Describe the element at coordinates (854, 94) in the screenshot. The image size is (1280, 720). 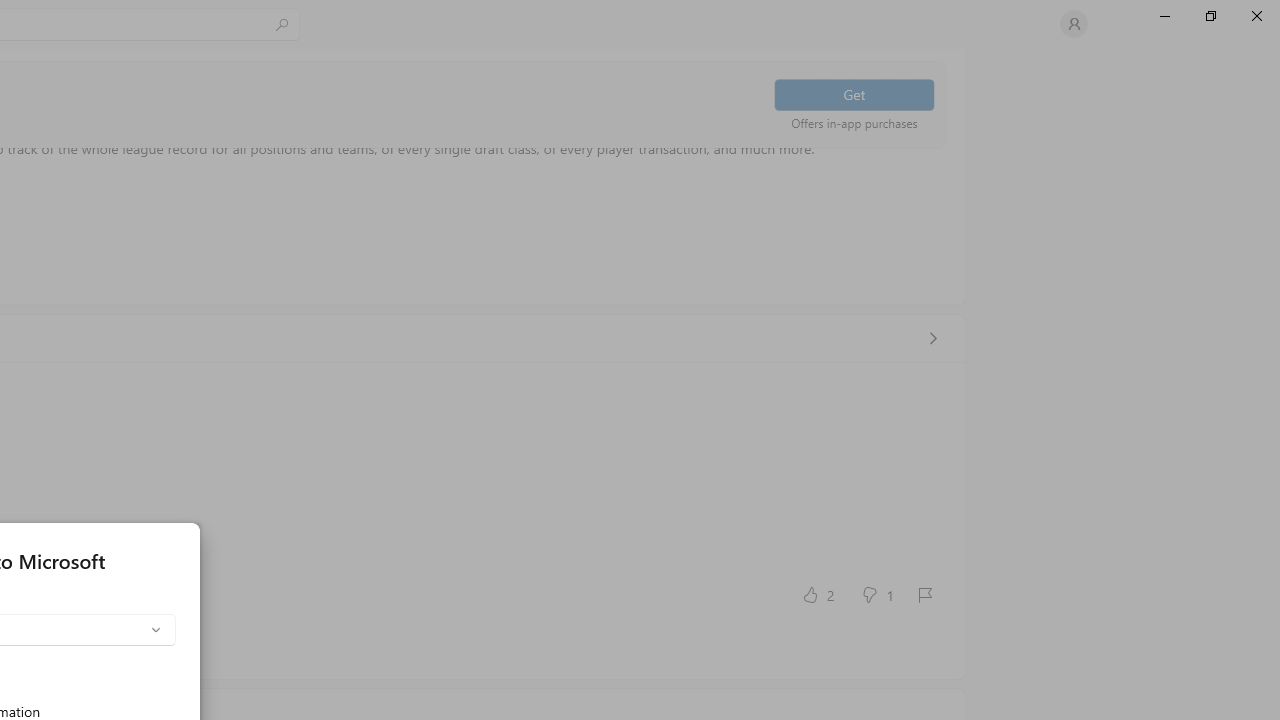
I see `'Get'` at that location.